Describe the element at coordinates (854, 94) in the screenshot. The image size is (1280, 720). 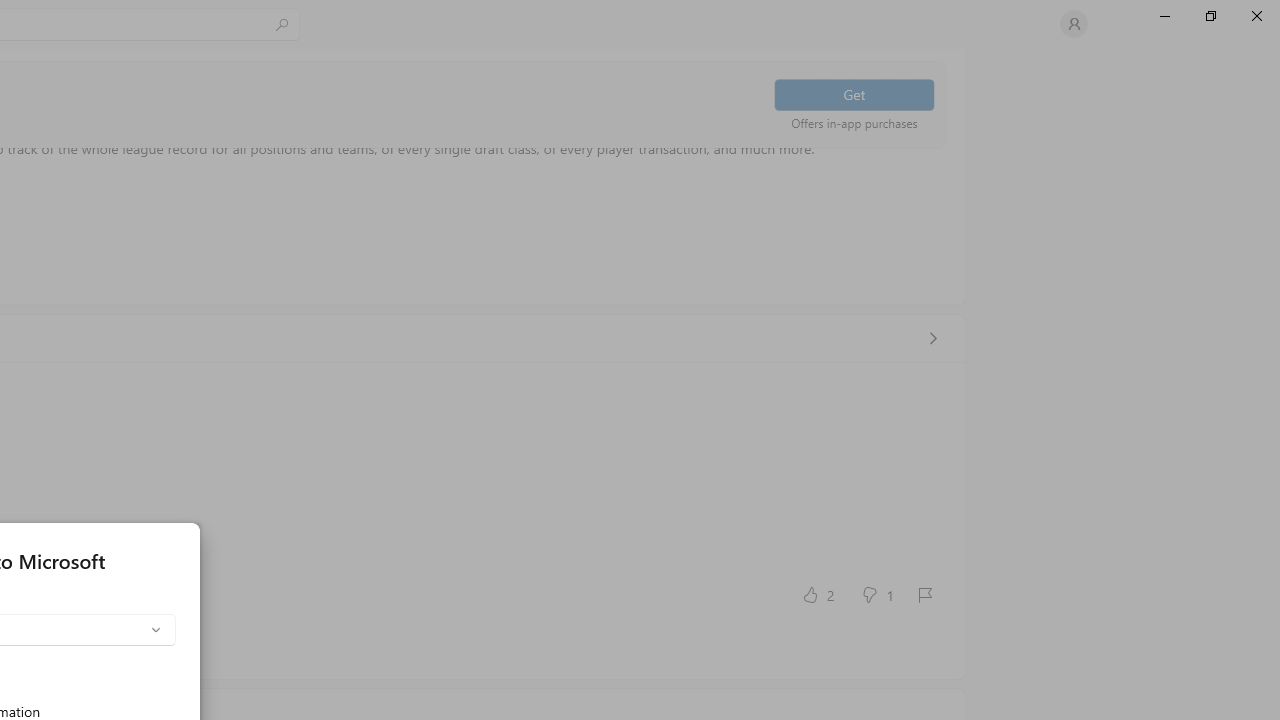
I see `'Get'` at that location.